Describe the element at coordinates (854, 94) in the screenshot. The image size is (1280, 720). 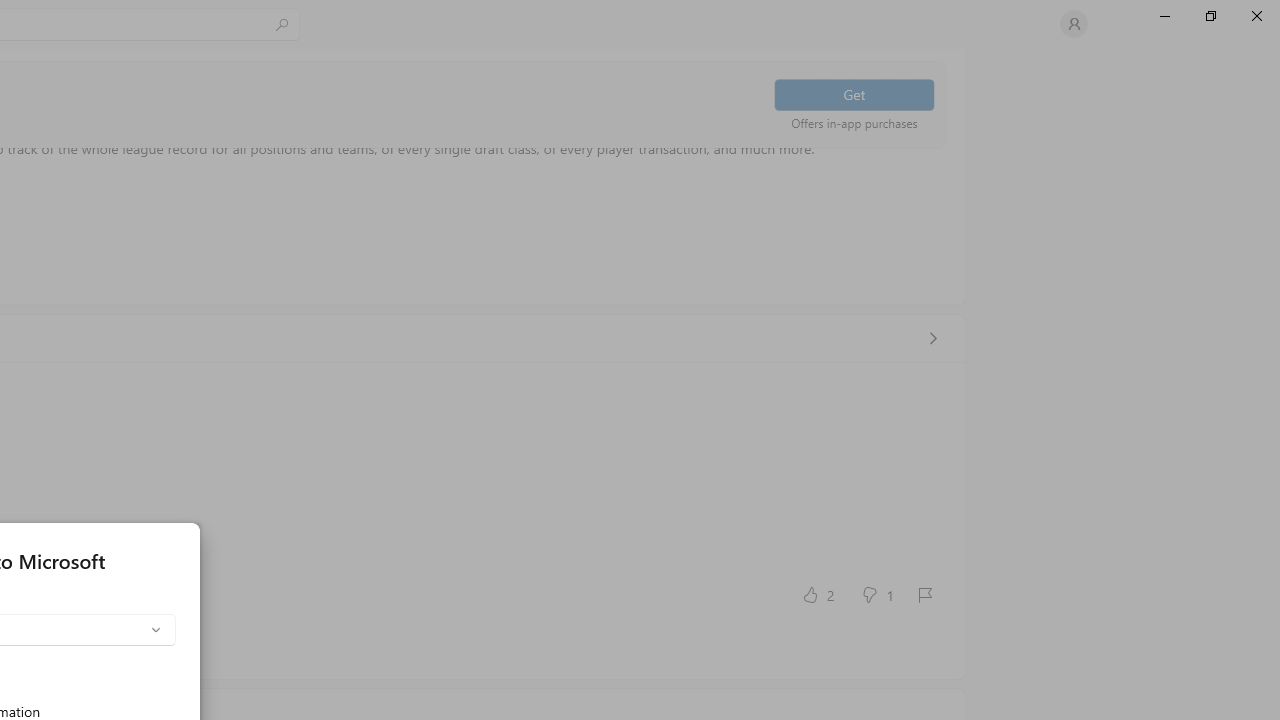
I see `'Get'` at that location.